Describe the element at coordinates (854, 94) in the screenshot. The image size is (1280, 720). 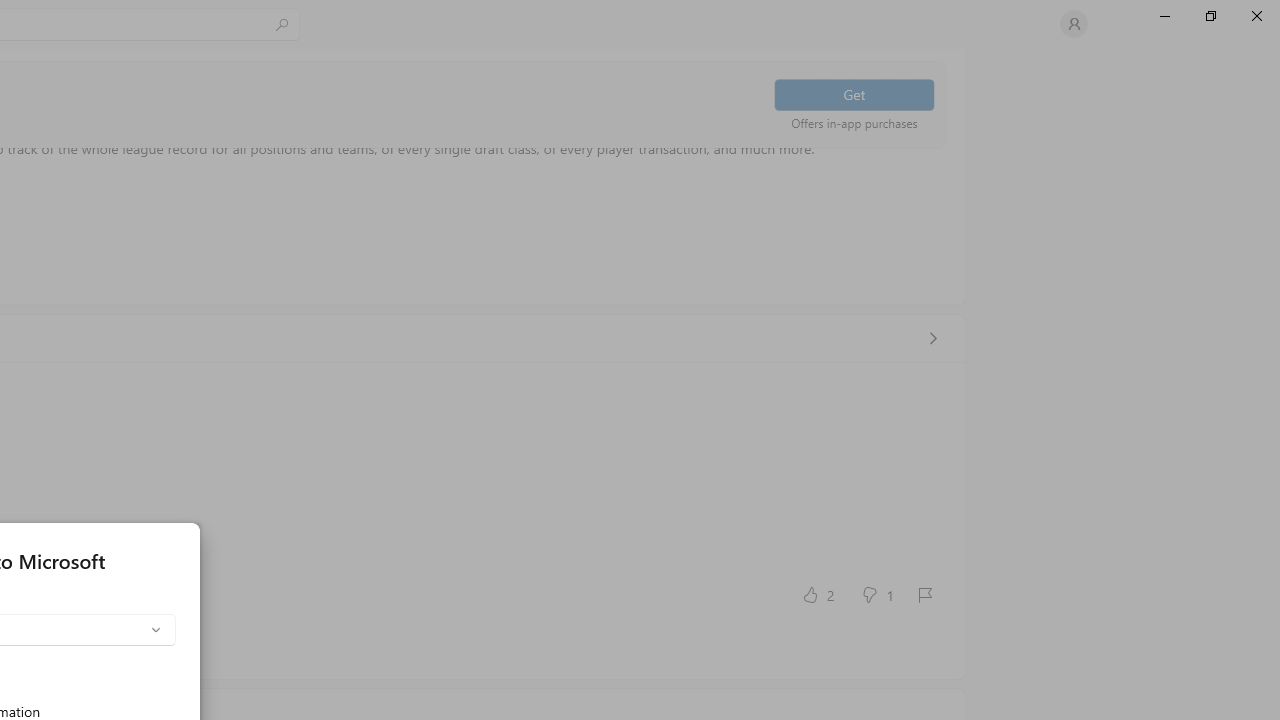
I see `'Get'` at that location.